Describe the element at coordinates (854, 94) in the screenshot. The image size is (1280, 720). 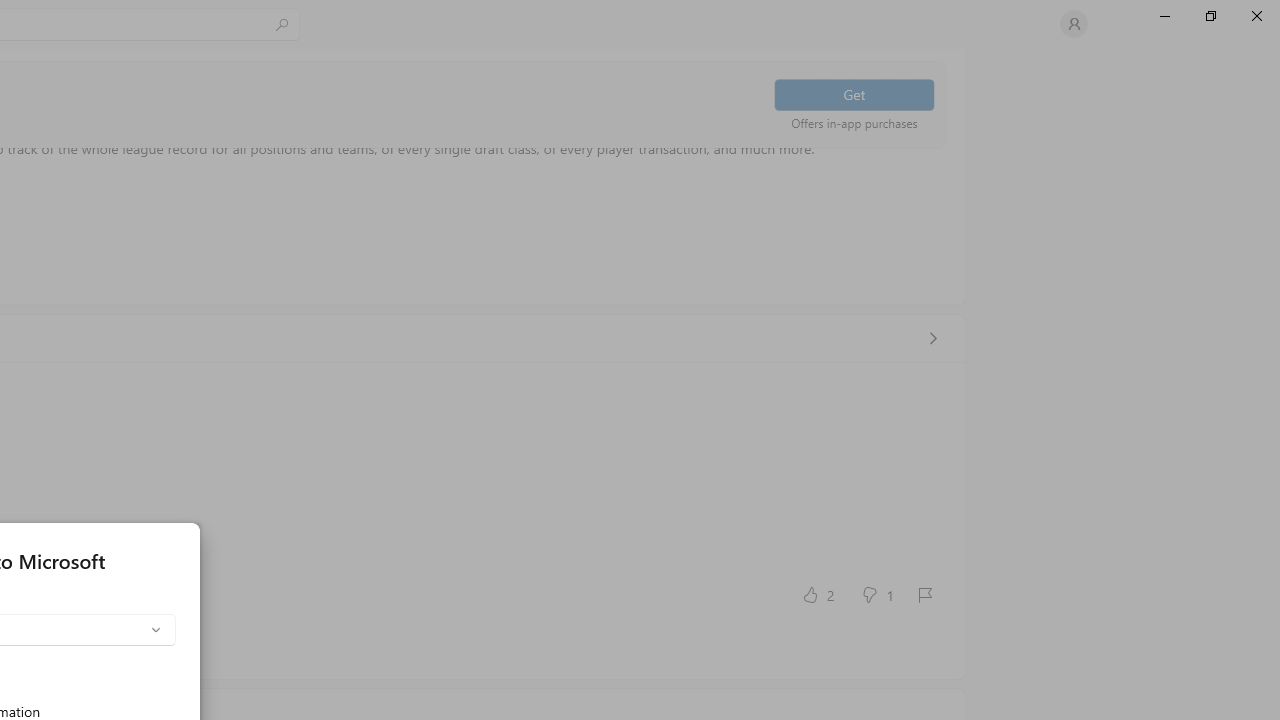
I see `'Get'` at that location.